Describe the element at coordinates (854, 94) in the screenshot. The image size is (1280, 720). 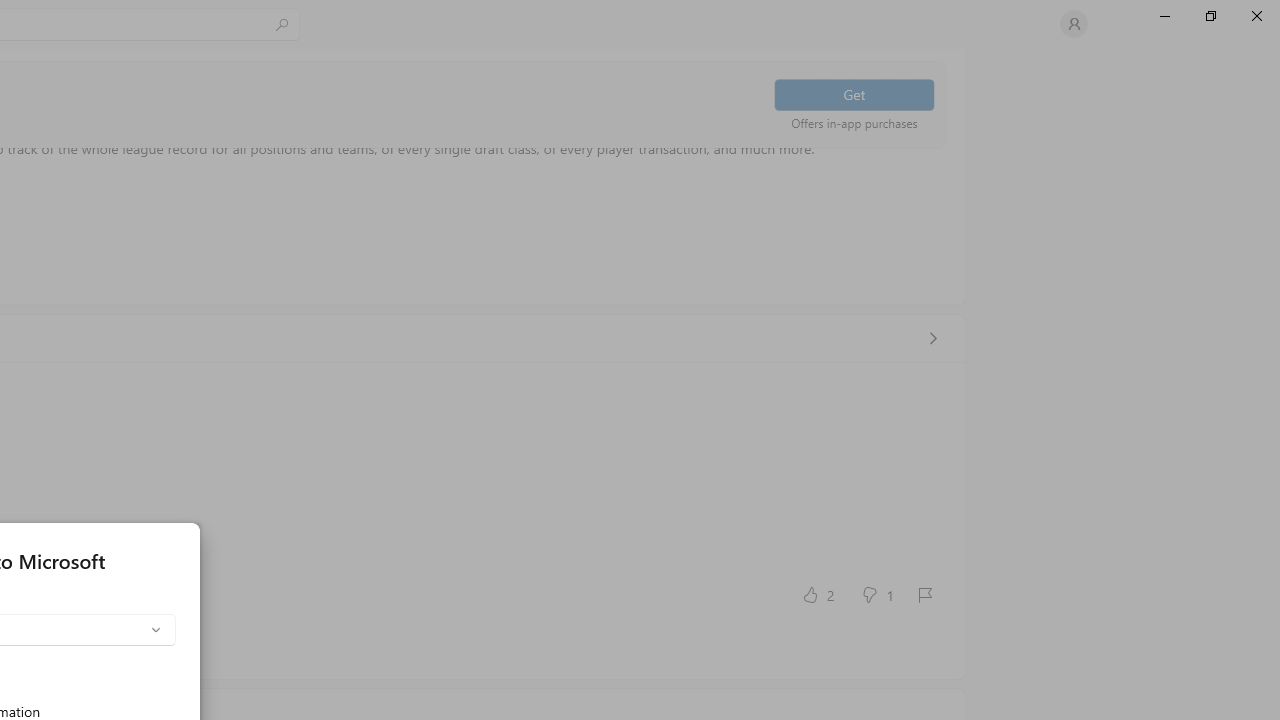
I see `'Get'` at that location.